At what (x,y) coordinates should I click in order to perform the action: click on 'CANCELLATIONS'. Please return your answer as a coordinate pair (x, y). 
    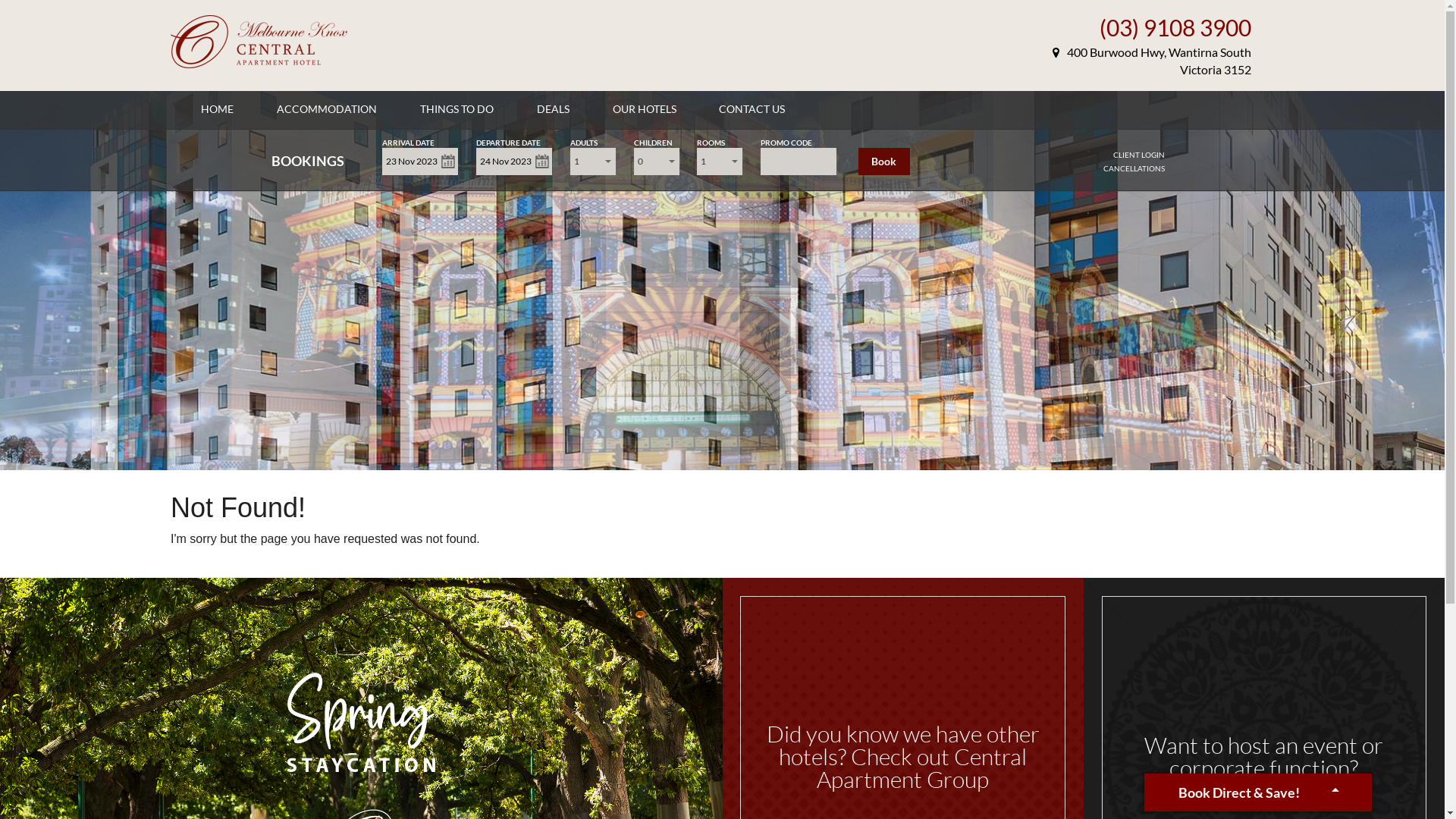
    Looking at the image, I should click on (1103, 168).